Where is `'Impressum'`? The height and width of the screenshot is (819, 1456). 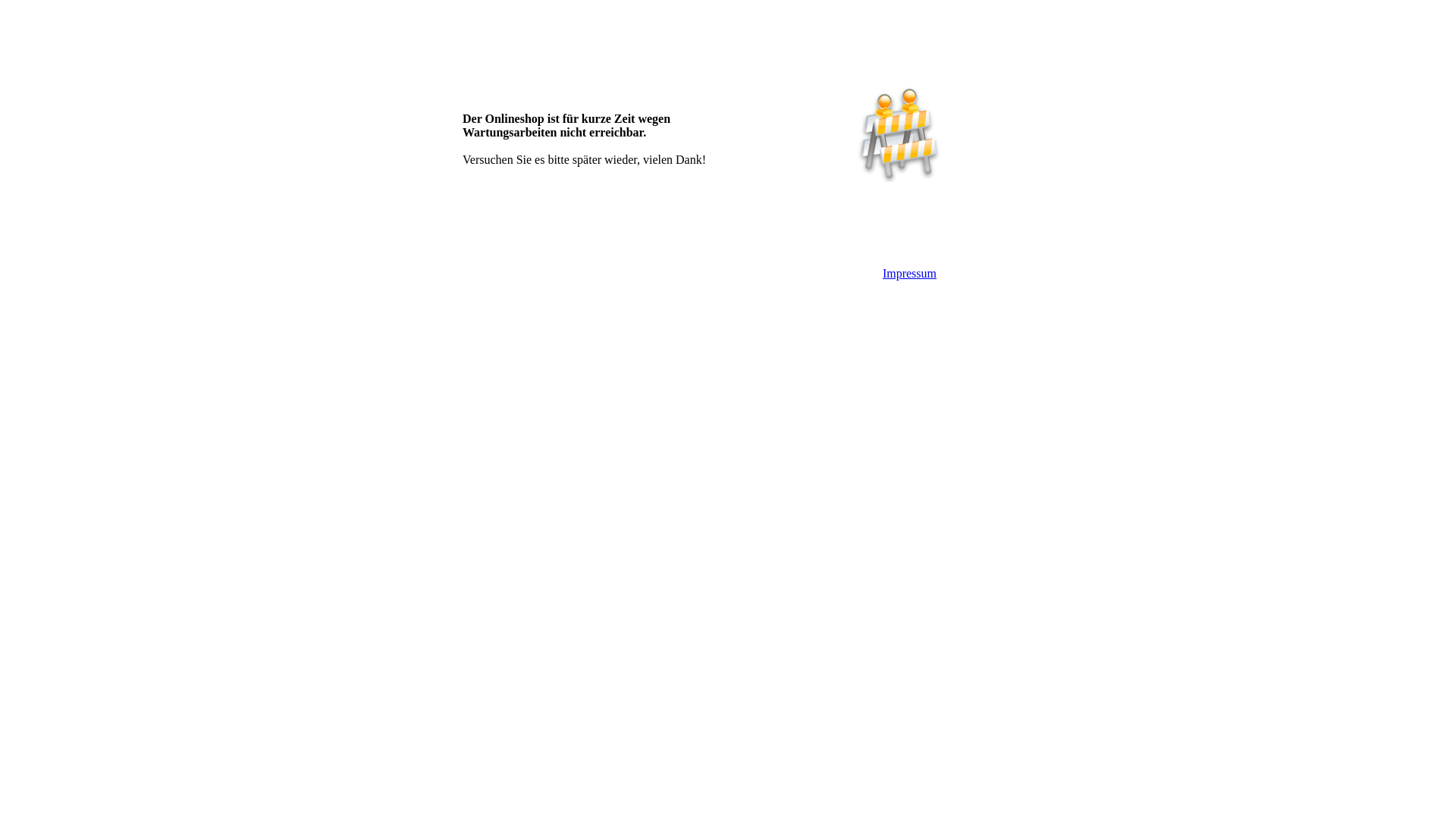
'Impressum' is located at coordinates (882, 273).